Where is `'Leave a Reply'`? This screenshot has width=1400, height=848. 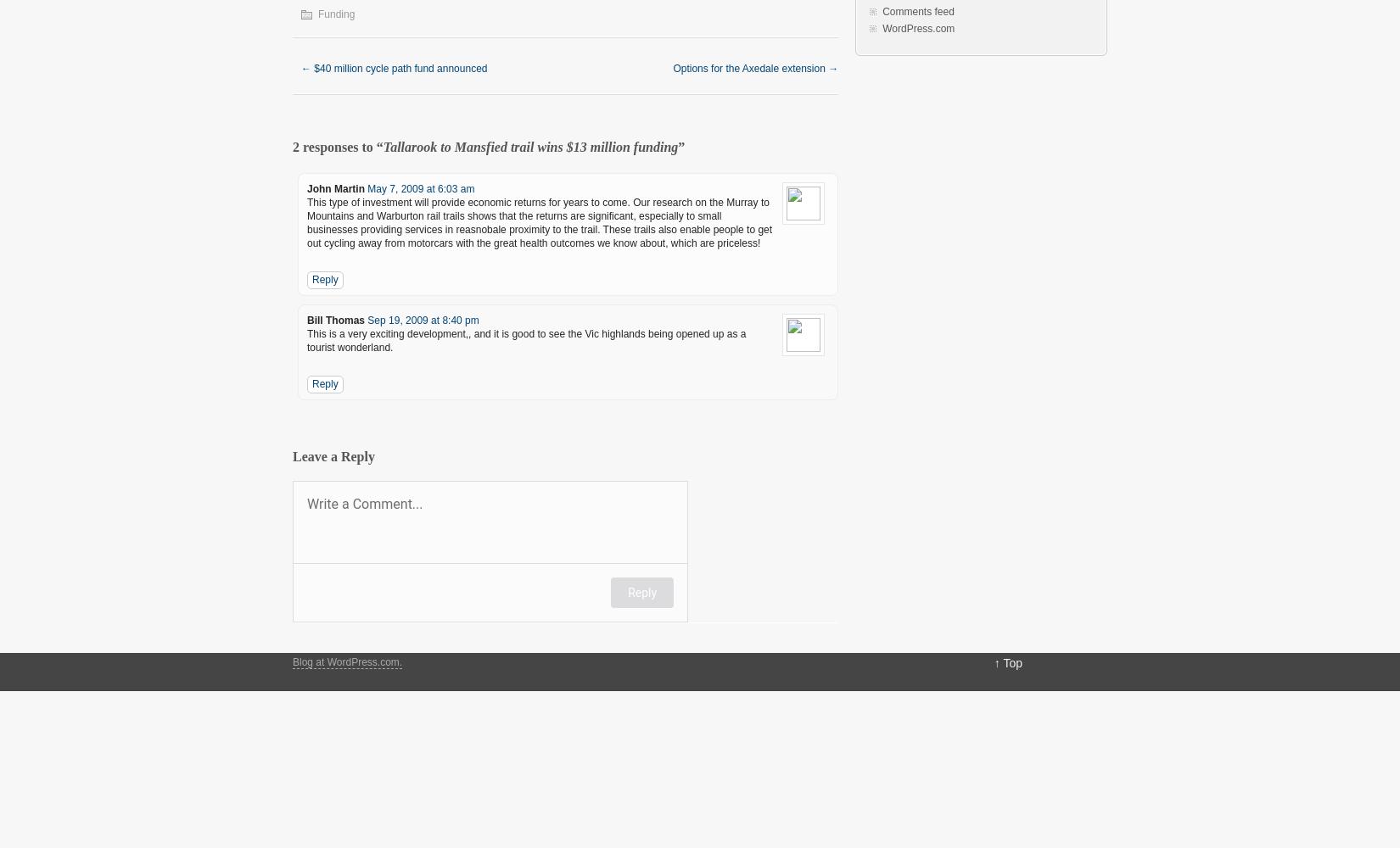
'Leave a Reply' is located at coordinates (333, 456).